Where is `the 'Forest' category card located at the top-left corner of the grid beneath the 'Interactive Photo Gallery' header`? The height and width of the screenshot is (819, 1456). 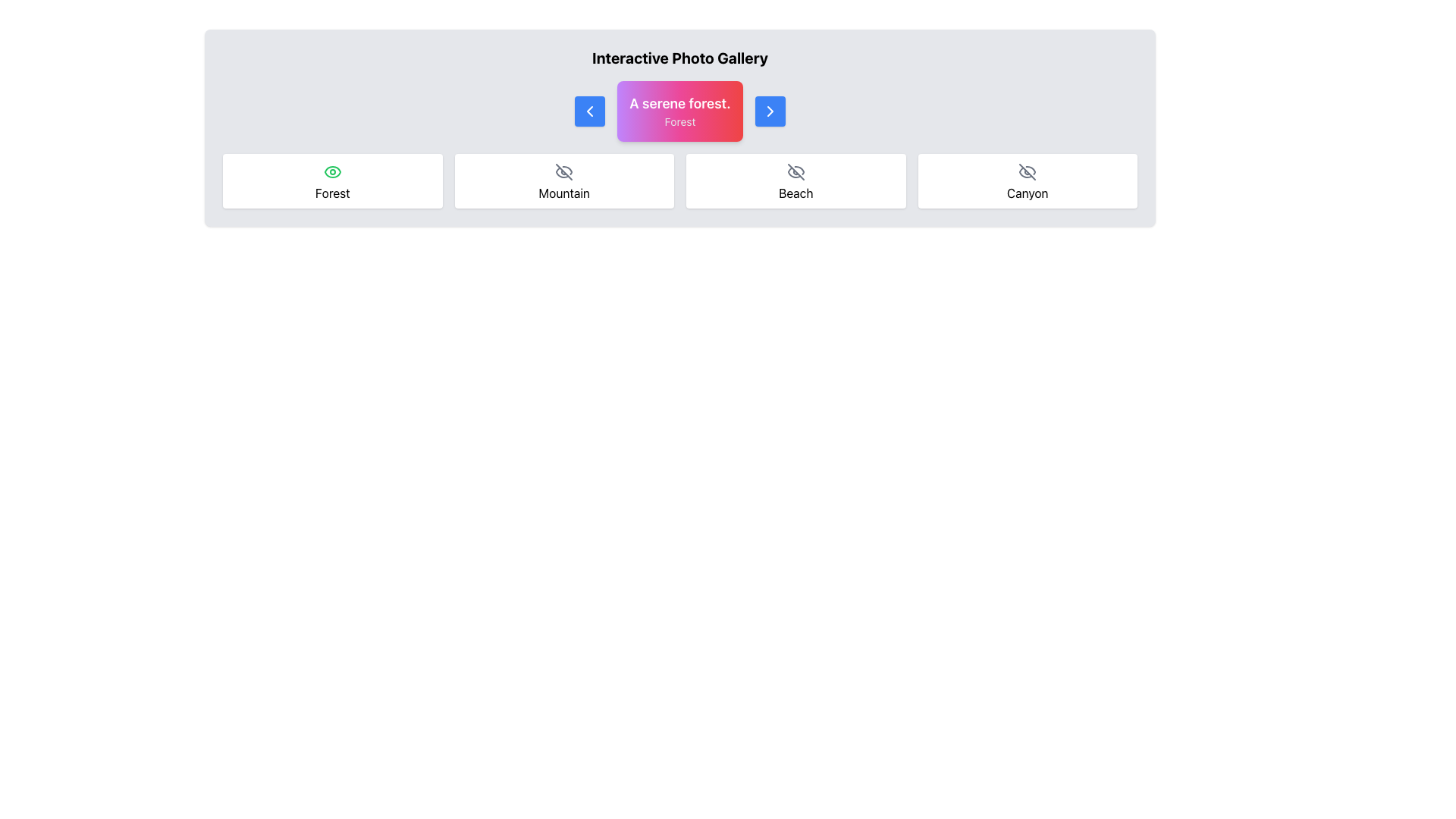 the 'Forest' category card located at the top-left corner of the grid beneath the 'Interactive Photo Gallery' header is located at coordinates (331, 180).